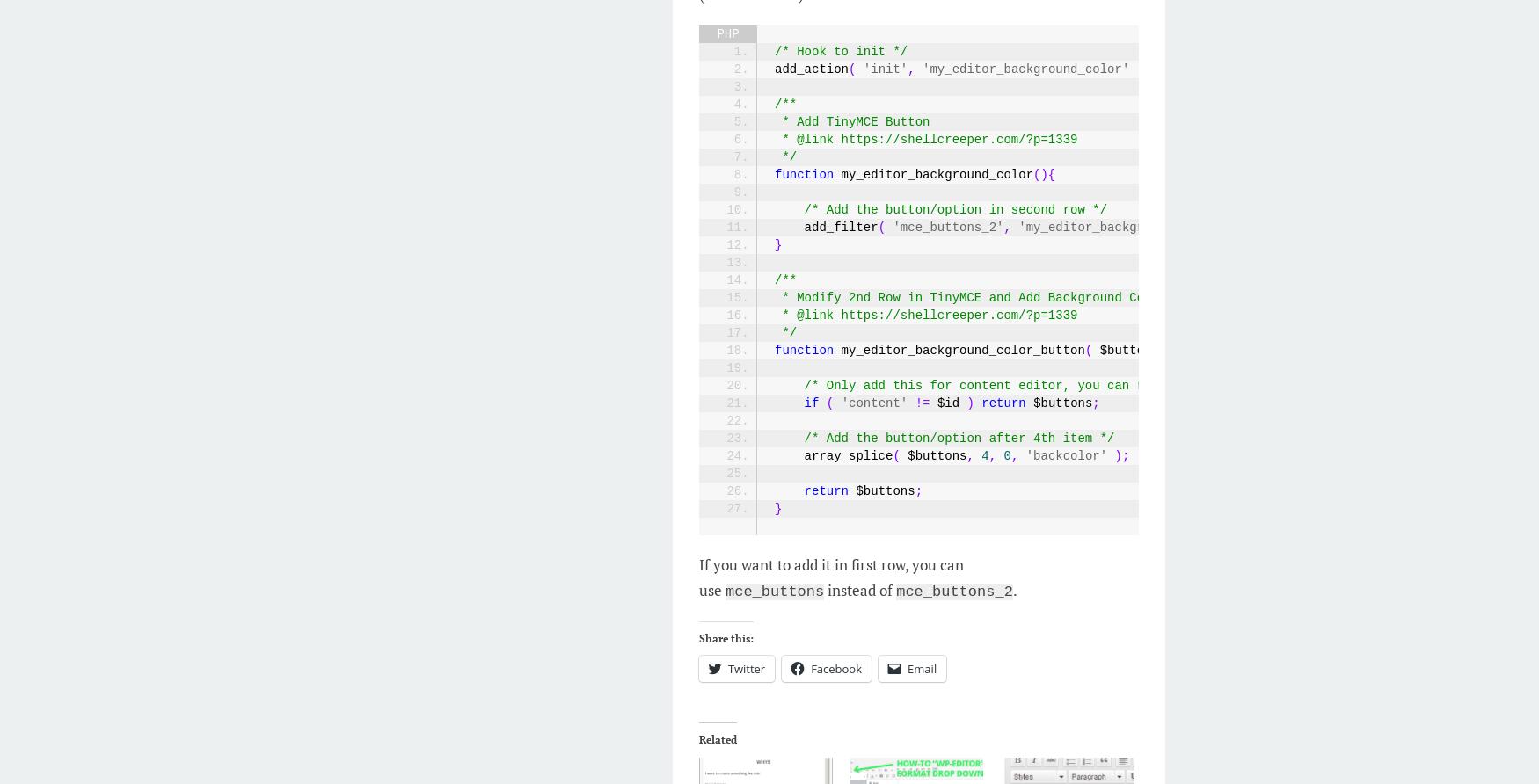  I want to click on '!=', so click(921, 403).